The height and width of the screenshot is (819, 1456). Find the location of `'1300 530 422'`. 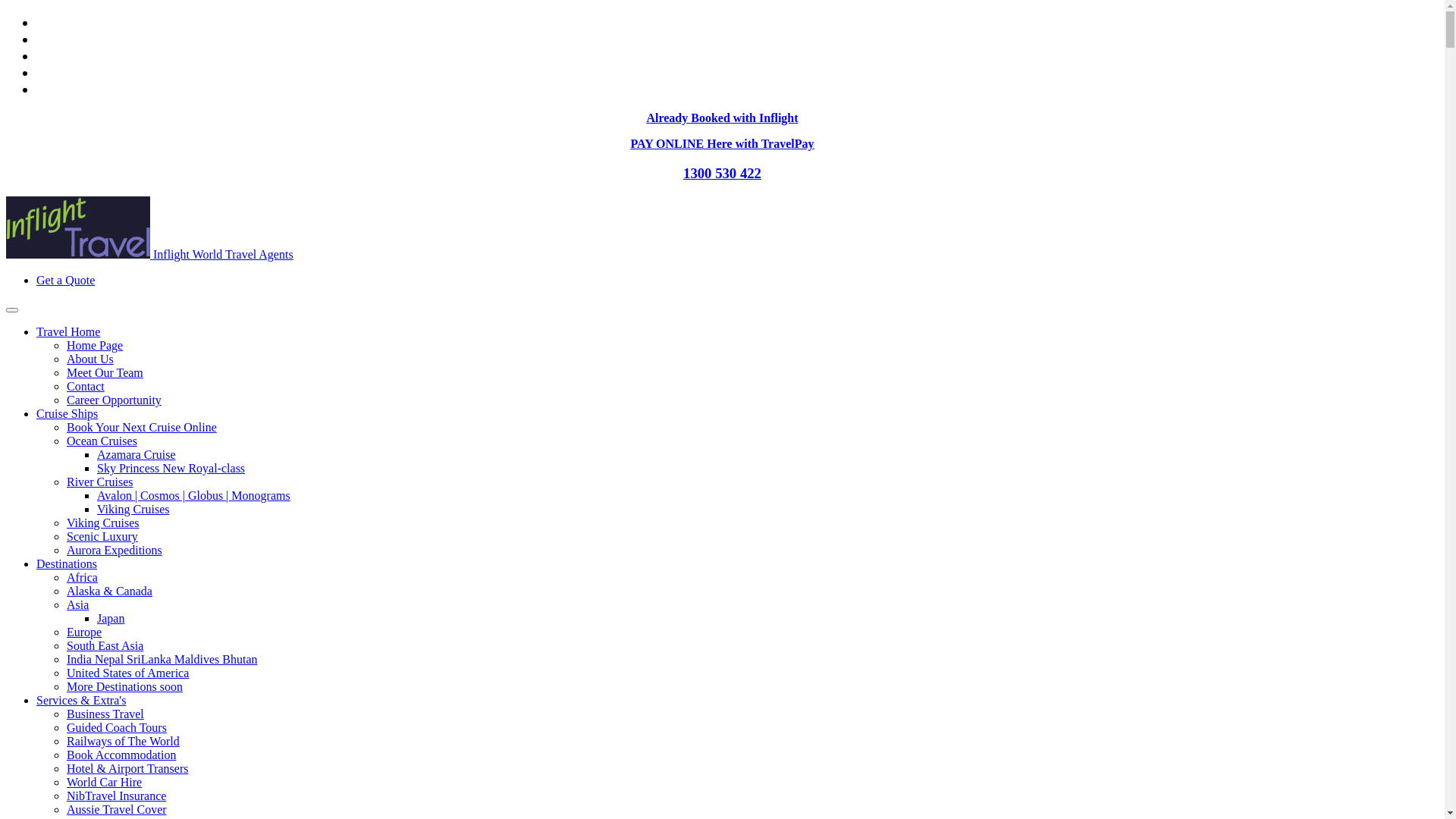

'1300 530 422' is located at coordinates (721, 172).